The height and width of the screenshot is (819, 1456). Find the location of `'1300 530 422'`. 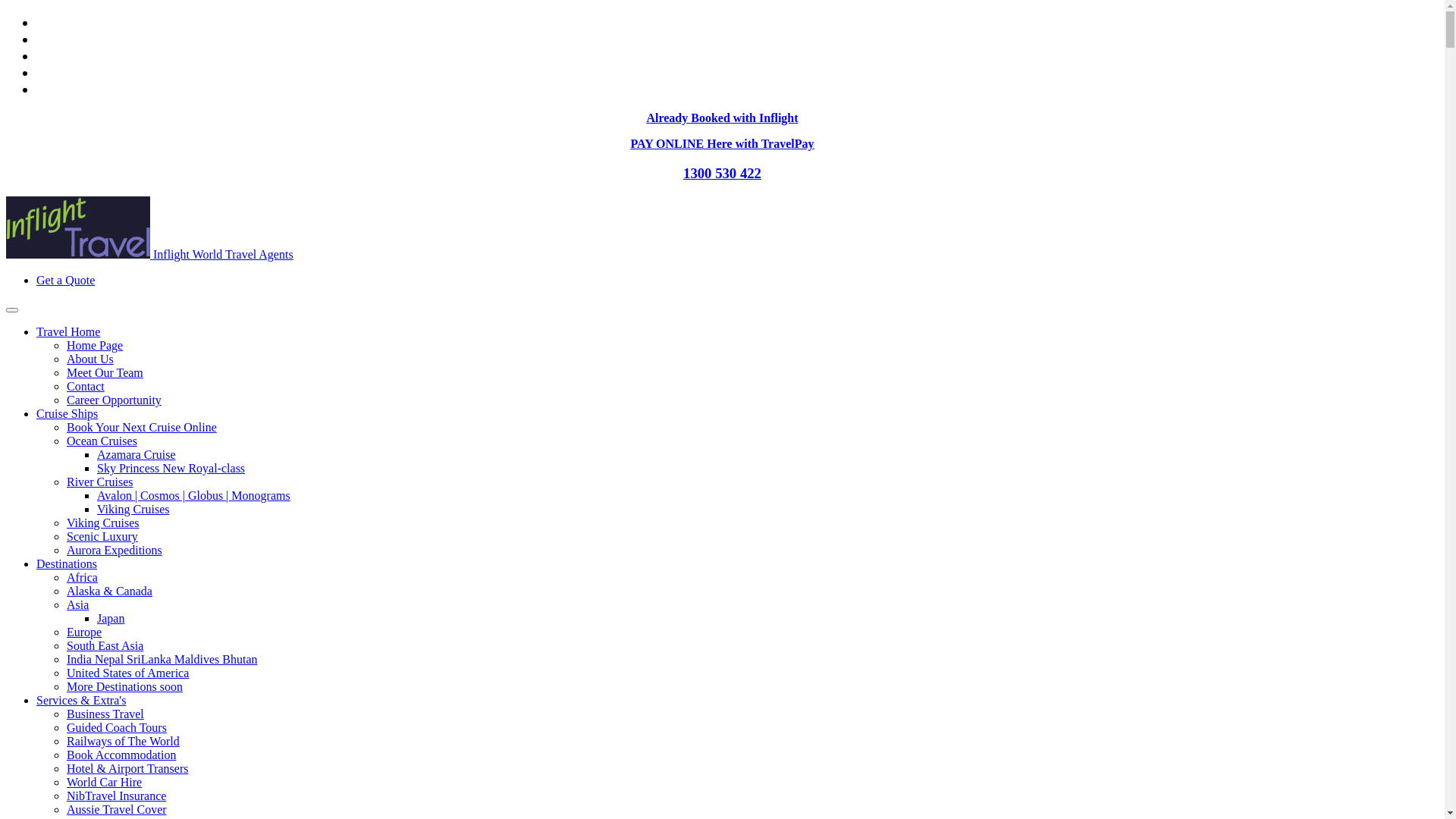

'1300 530 422' is located at coordinates (721, 172).